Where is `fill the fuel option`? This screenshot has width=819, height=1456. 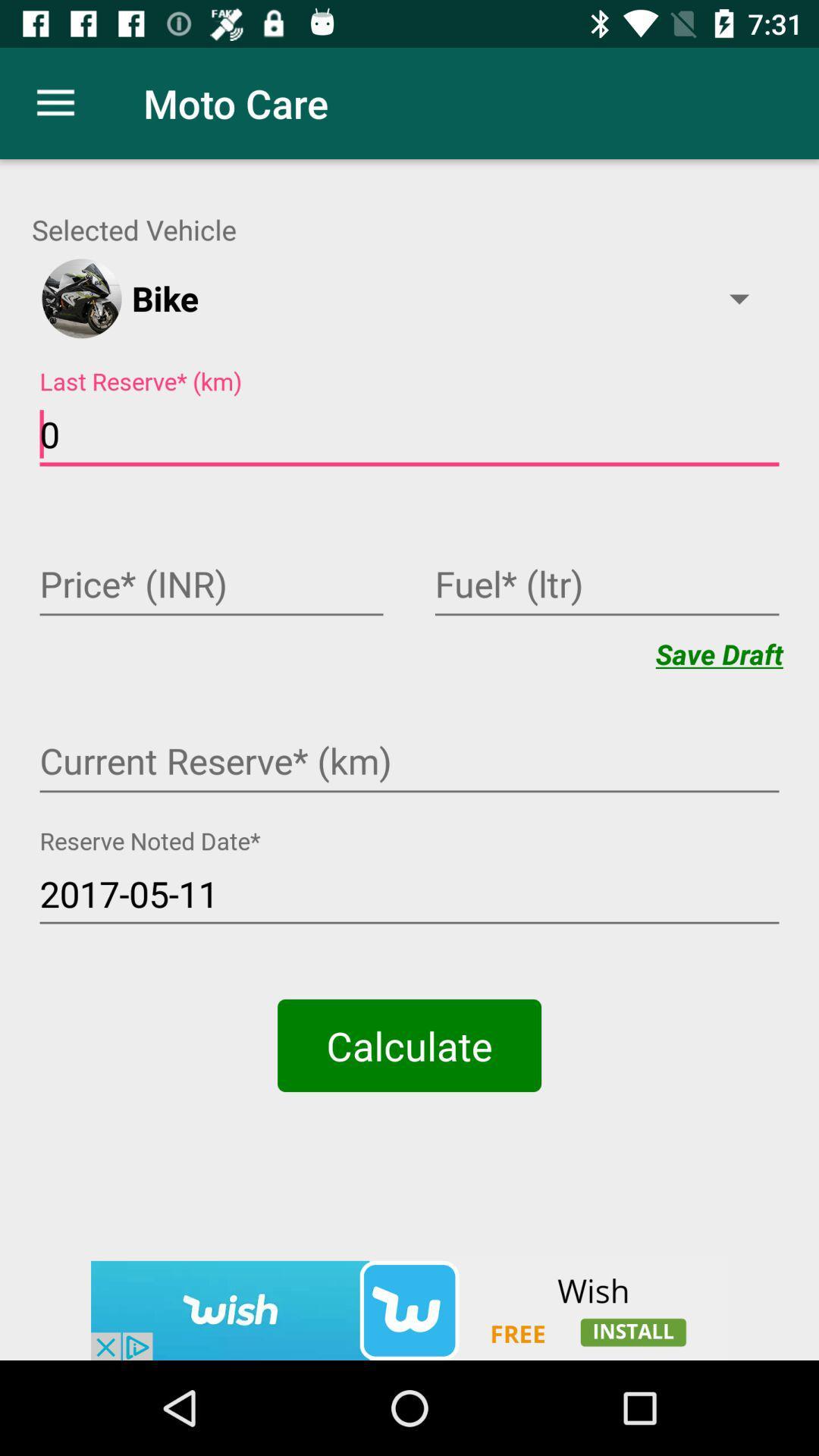 fill the fuel option is located at coordinates (606, 585).